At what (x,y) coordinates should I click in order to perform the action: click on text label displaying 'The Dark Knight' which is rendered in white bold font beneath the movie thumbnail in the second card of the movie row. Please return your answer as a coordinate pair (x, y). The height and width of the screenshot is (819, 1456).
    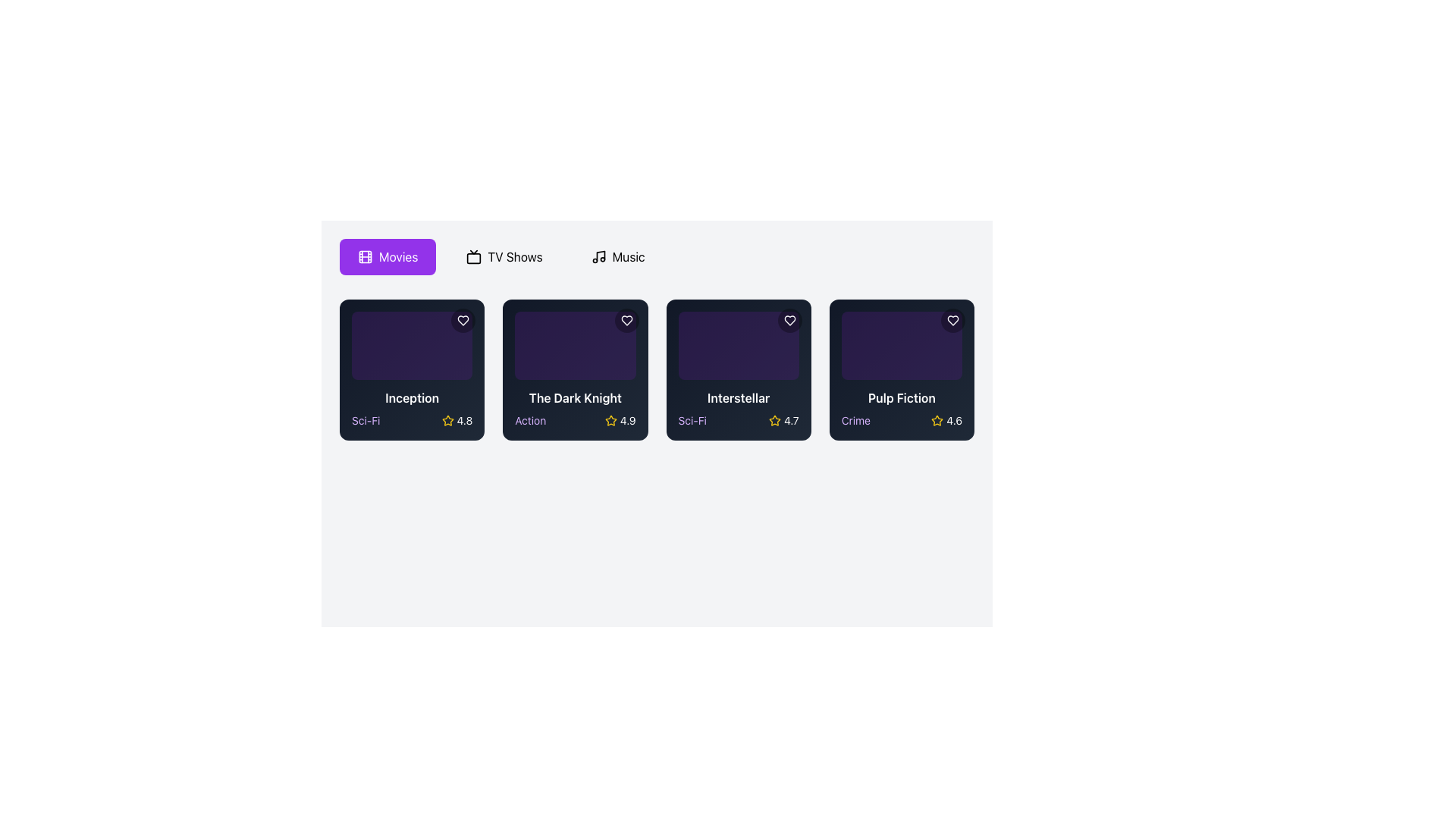
    Looking at the image, I should click on (574, 397).